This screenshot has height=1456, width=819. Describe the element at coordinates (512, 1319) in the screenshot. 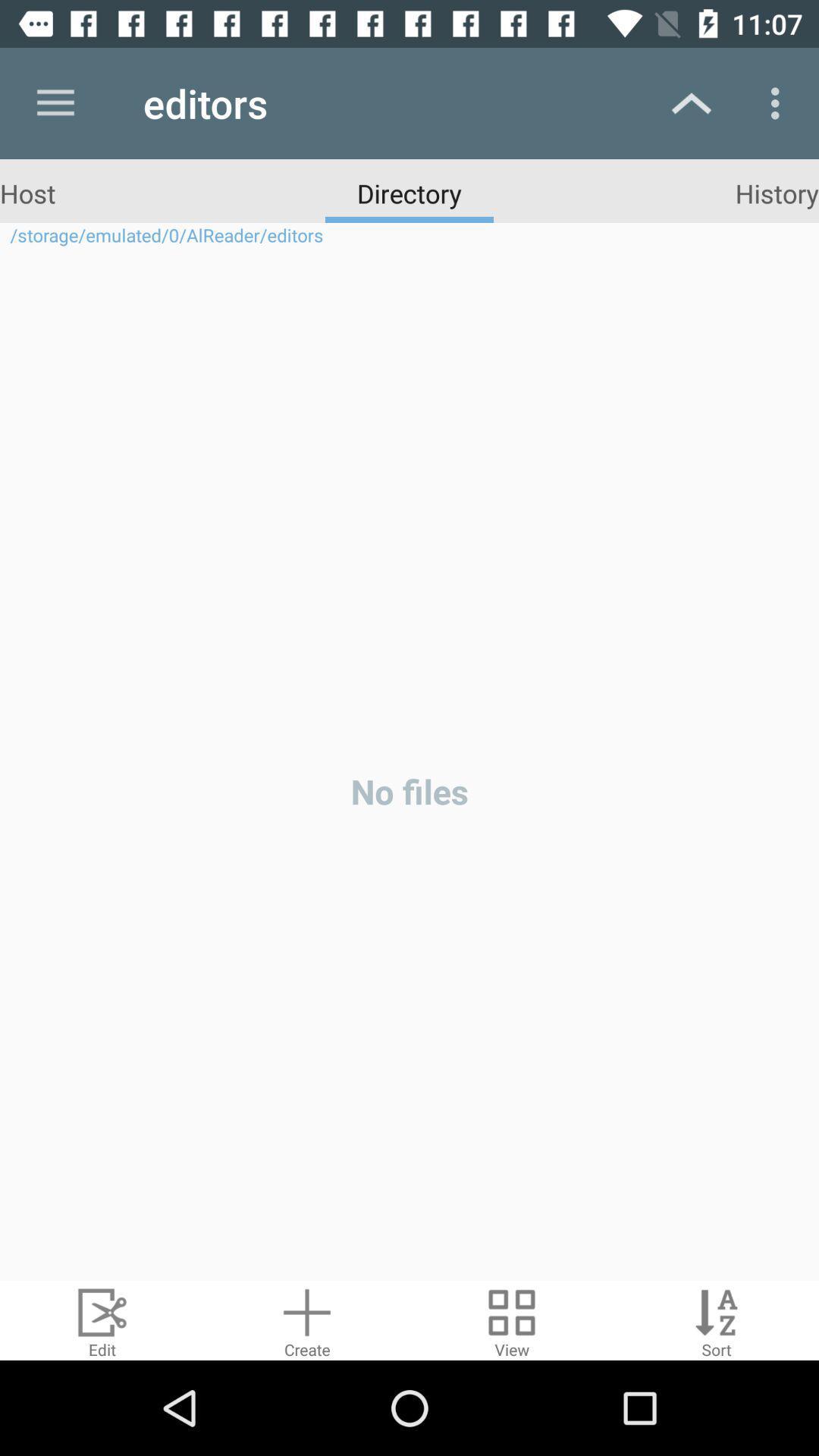

I see `display your files` at that location.